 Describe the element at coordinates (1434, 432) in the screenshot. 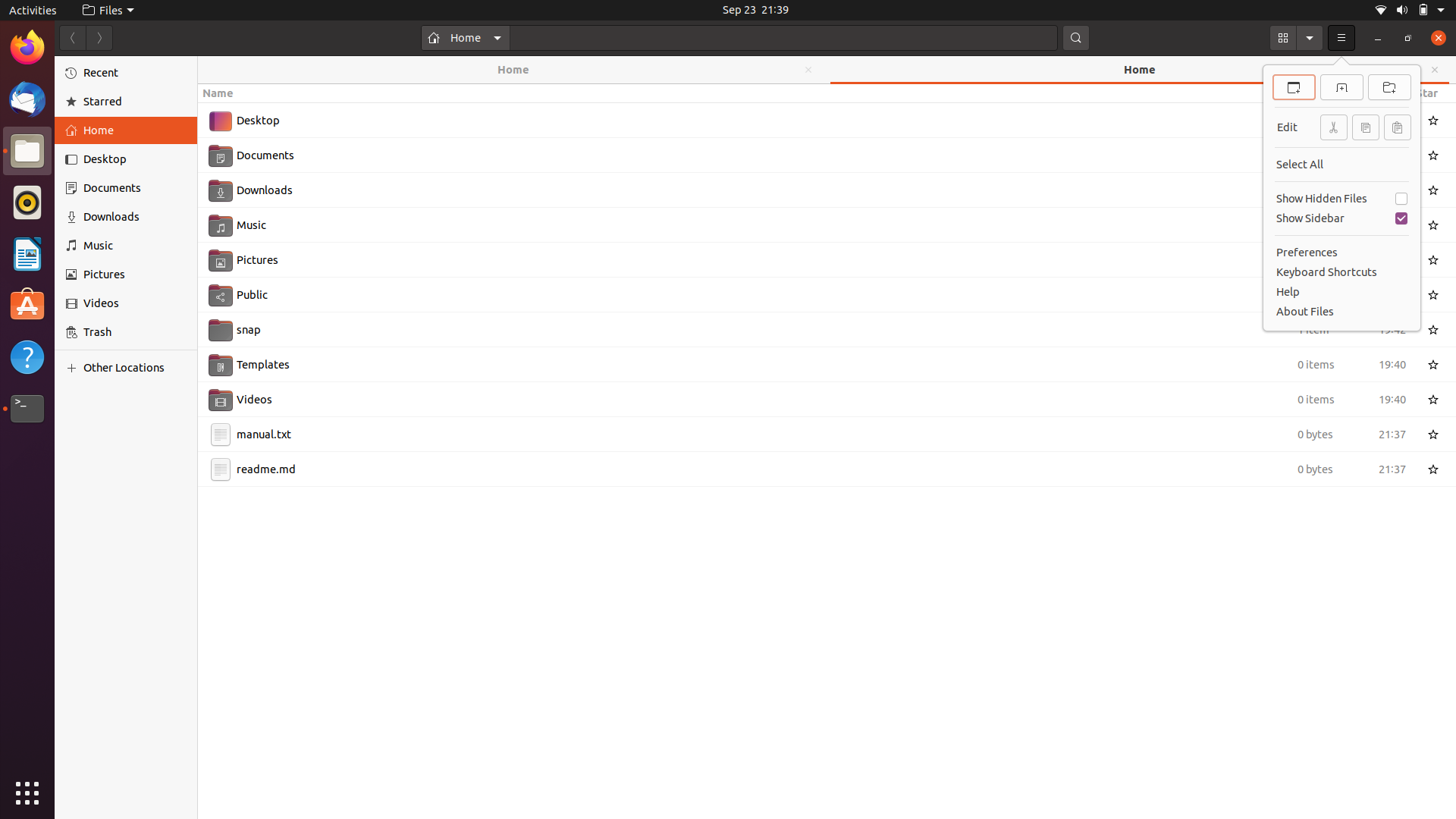

I see `Mark the file named manual.txt as important by clicking the star symbol next to it` at that location.